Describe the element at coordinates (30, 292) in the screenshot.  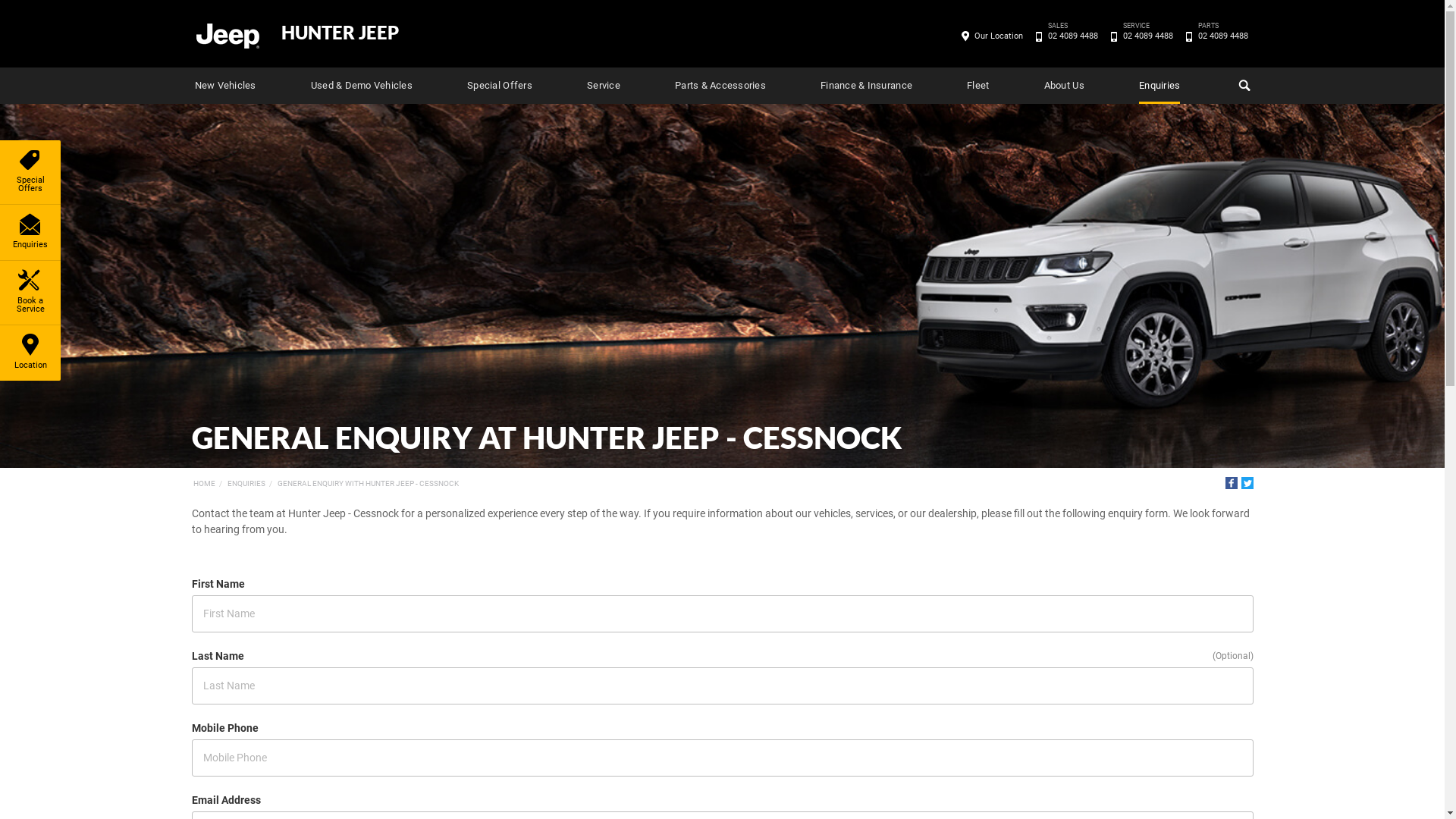
I see `'Book a Service'` at that location.